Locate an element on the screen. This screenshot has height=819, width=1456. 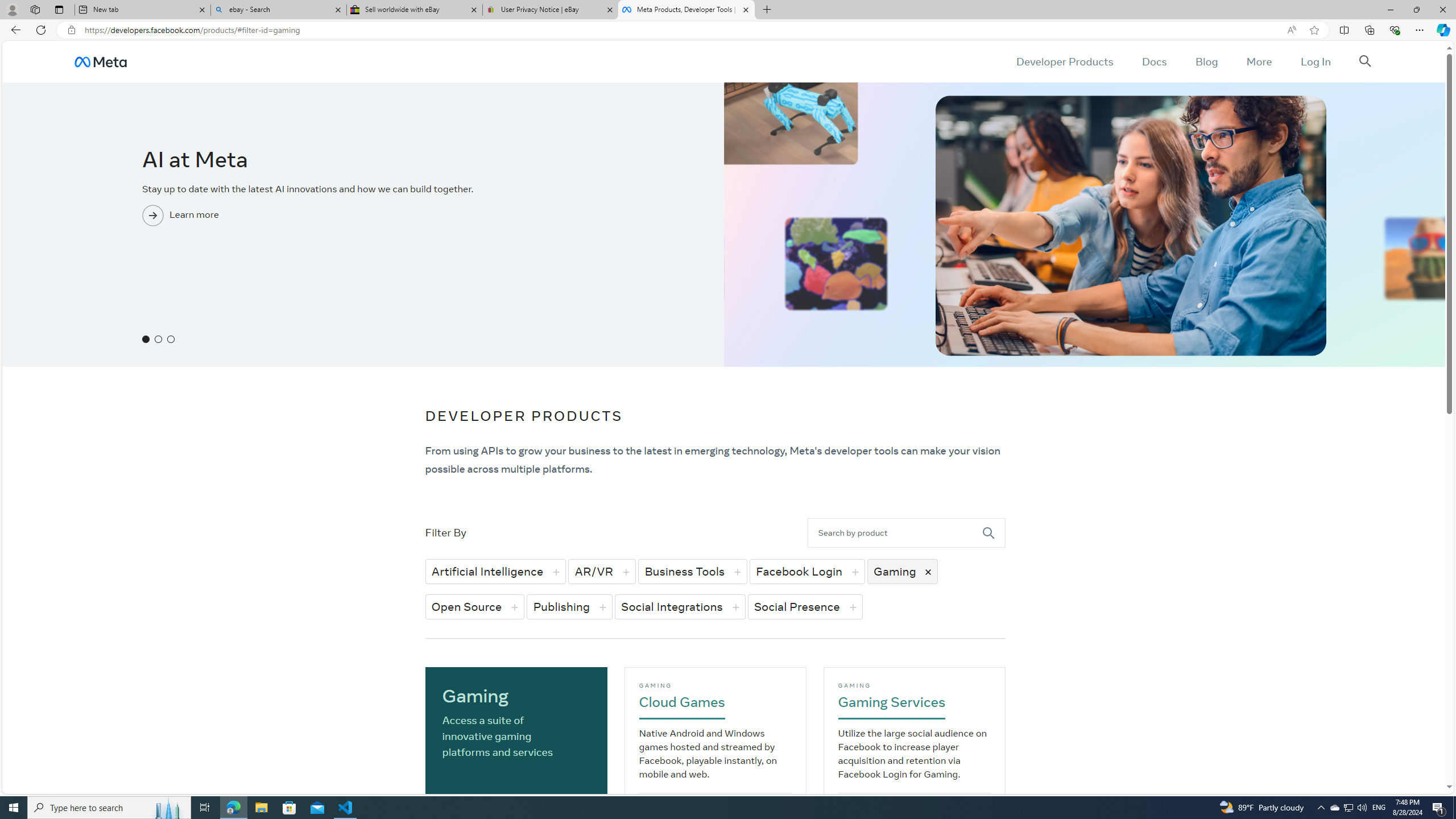
'Artificial Intelligence' is located at coordinates (495, 571).